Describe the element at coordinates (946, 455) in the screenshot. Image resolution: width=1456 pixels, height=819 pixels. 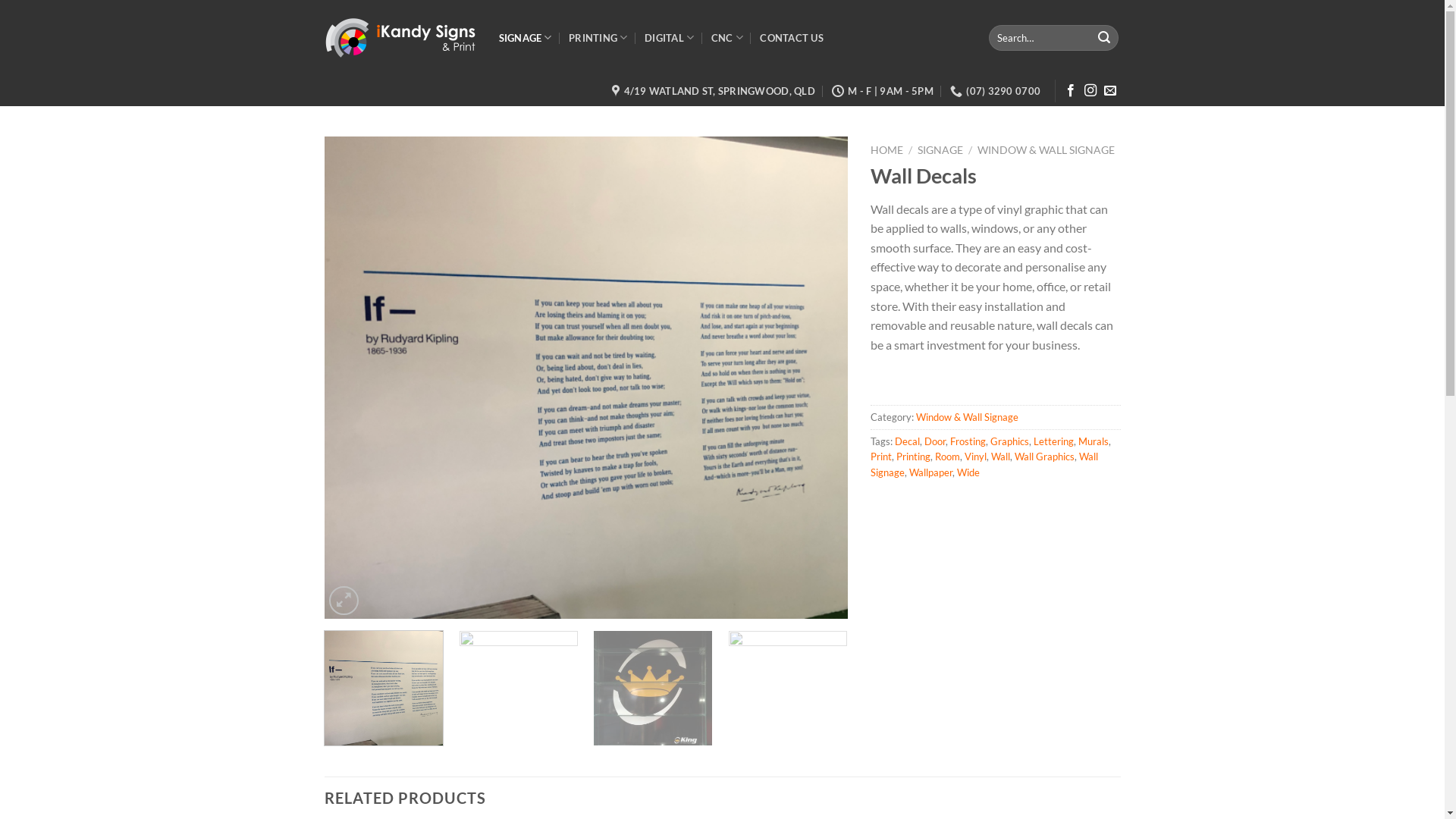
I see `'Room'` at that location.